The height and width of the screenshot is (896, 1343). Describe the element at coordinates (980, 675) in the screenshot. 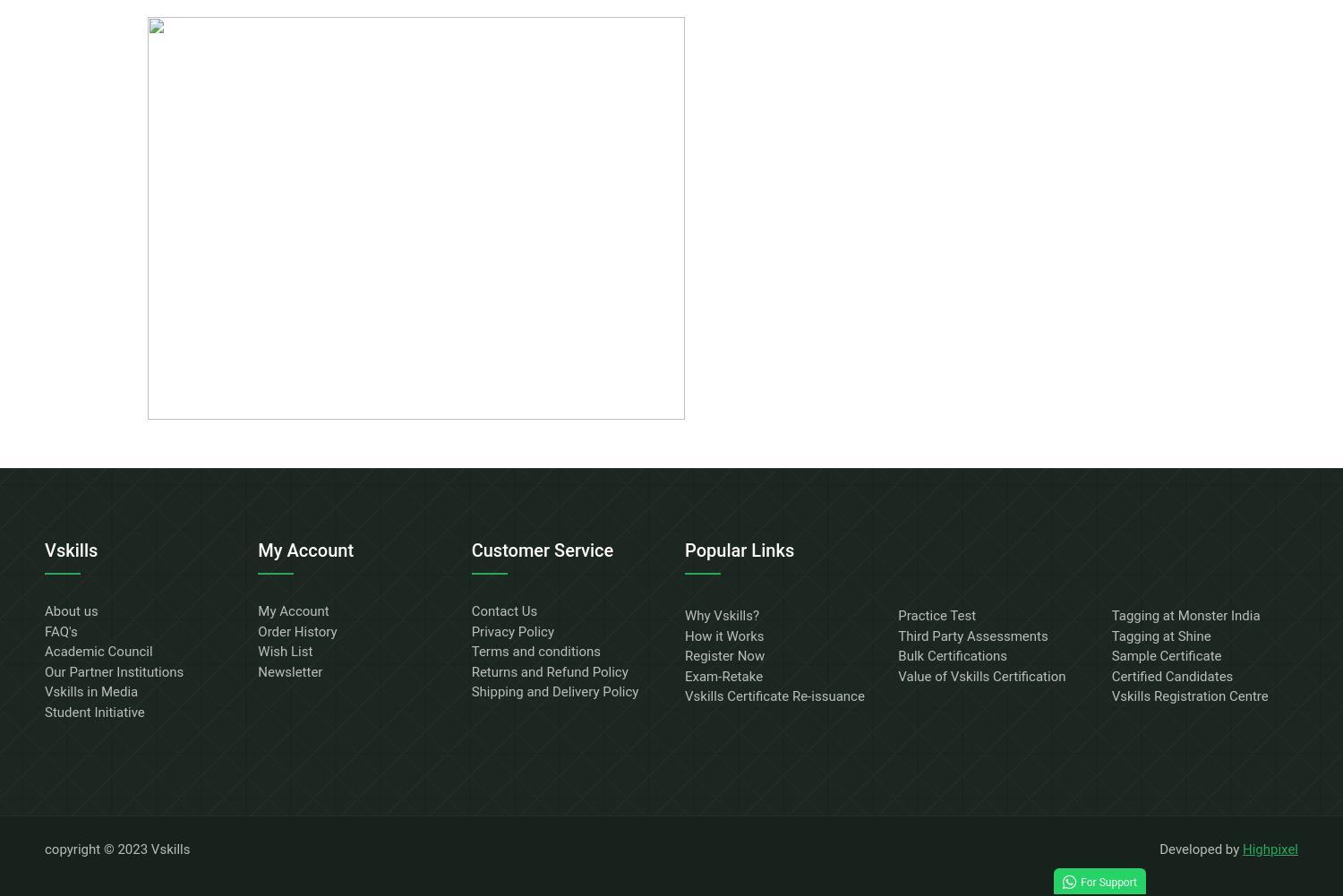

I see `'Value of Vskills Certification'` at that location.